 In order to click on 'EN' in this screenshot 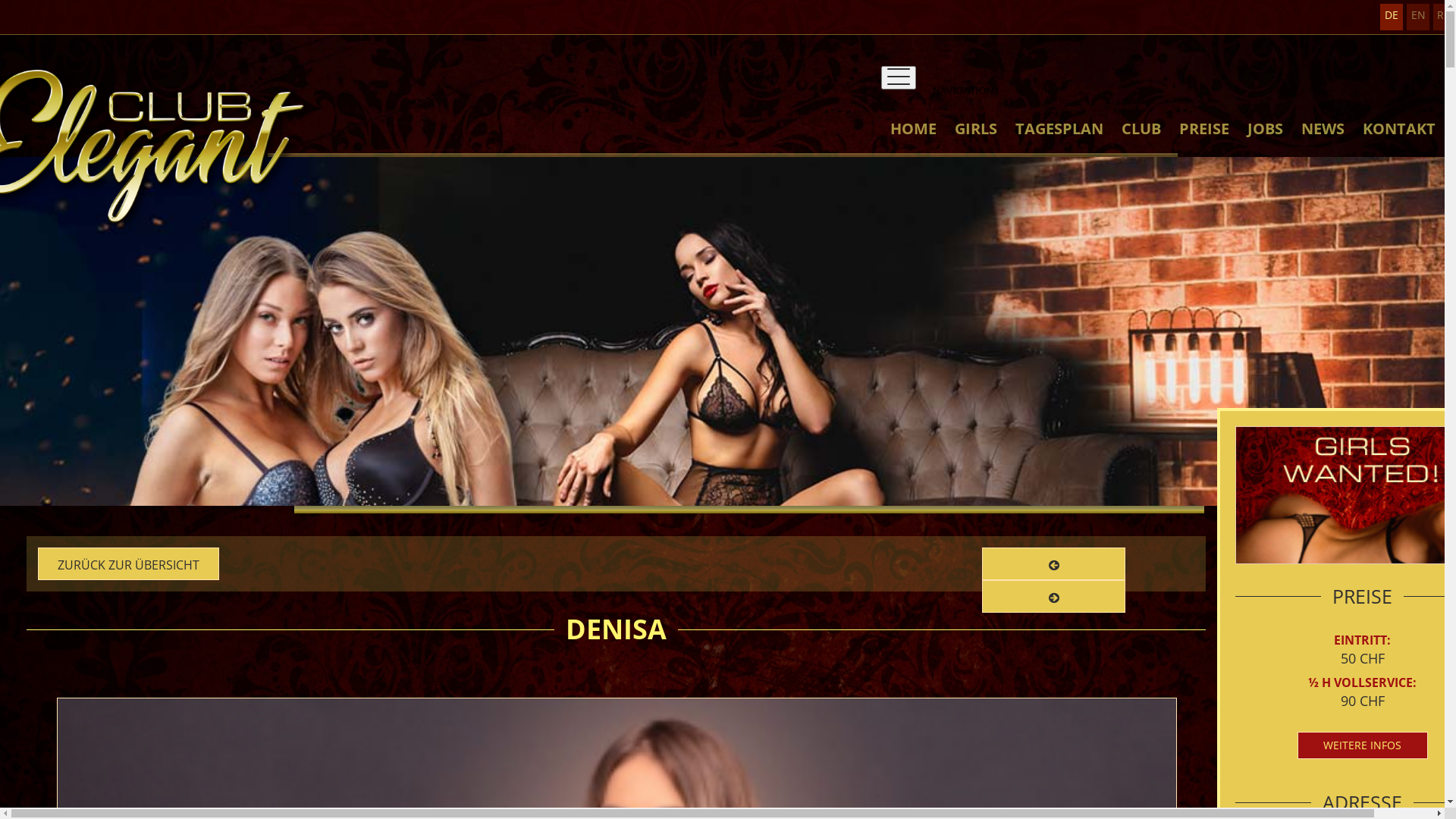, I will do `click(1417, 17)`.